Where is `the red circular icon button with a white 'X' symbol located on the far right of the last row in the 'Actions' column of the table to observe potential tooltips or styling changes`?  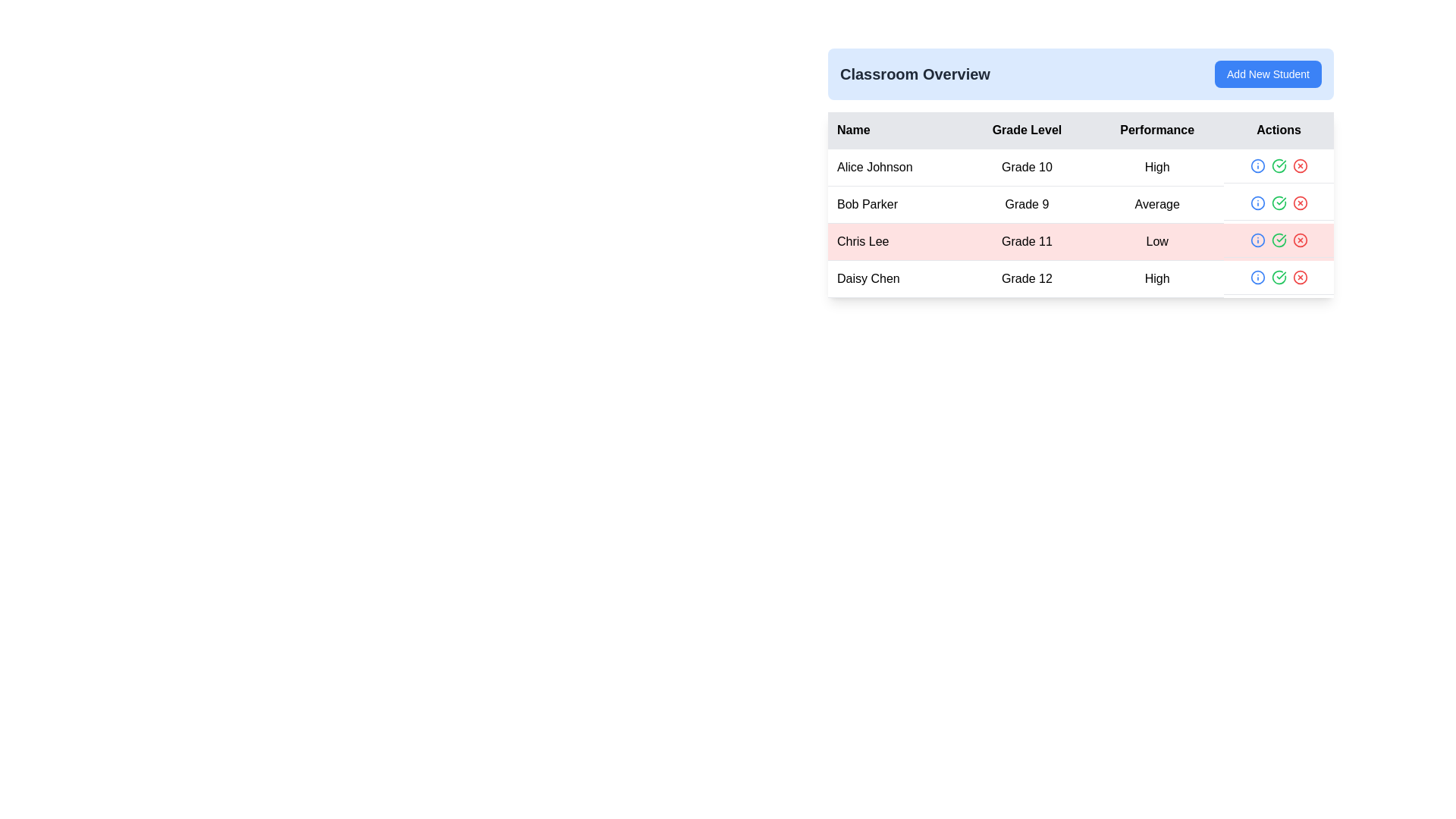 the red circular icon button with a white 'X' symbol located on the far right of the last row in the 'Actions' column of the table to observe potential tooltips or styling changes is located at coordinates (1299, 277).